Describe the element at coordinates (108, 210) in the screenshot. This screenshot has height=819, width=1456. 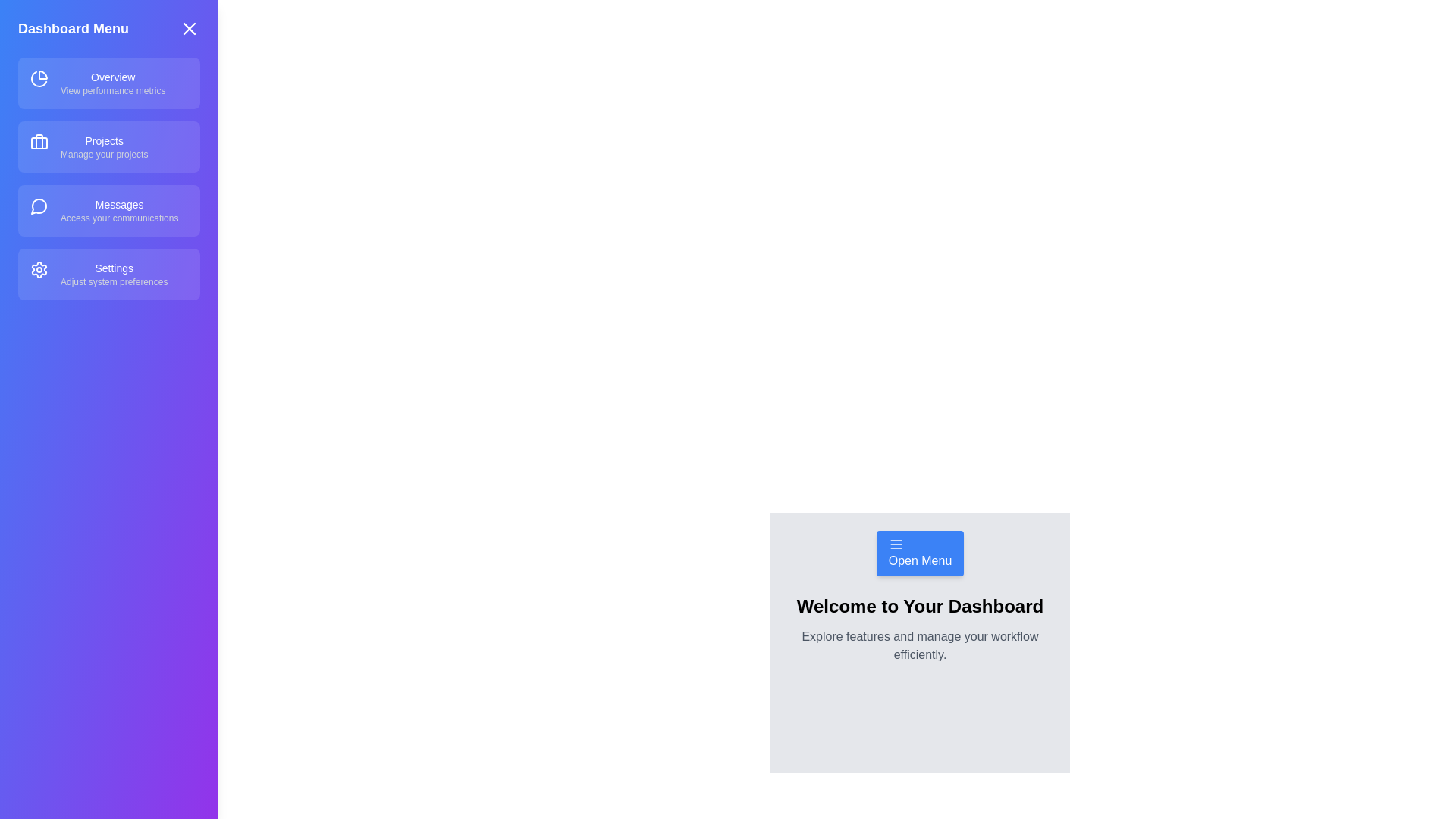
I see `the menu item labeled Messages` at that location.